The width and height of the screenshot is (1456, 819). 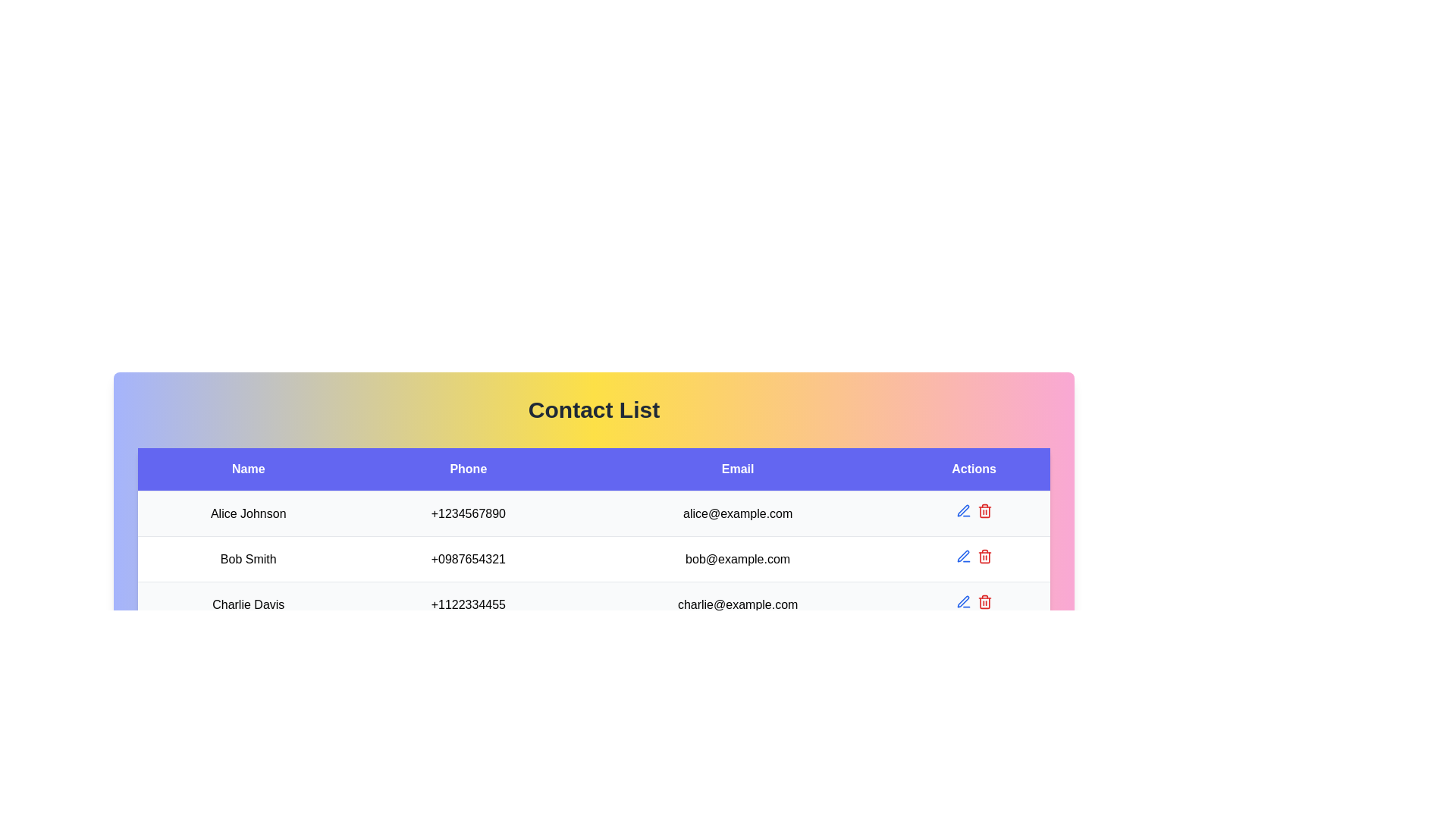 What do you see at coordinates (984, 601) in the screenshot?
I see `the delete button icon in the 'Actions' column of the third row` at bounding box center [984, 601].